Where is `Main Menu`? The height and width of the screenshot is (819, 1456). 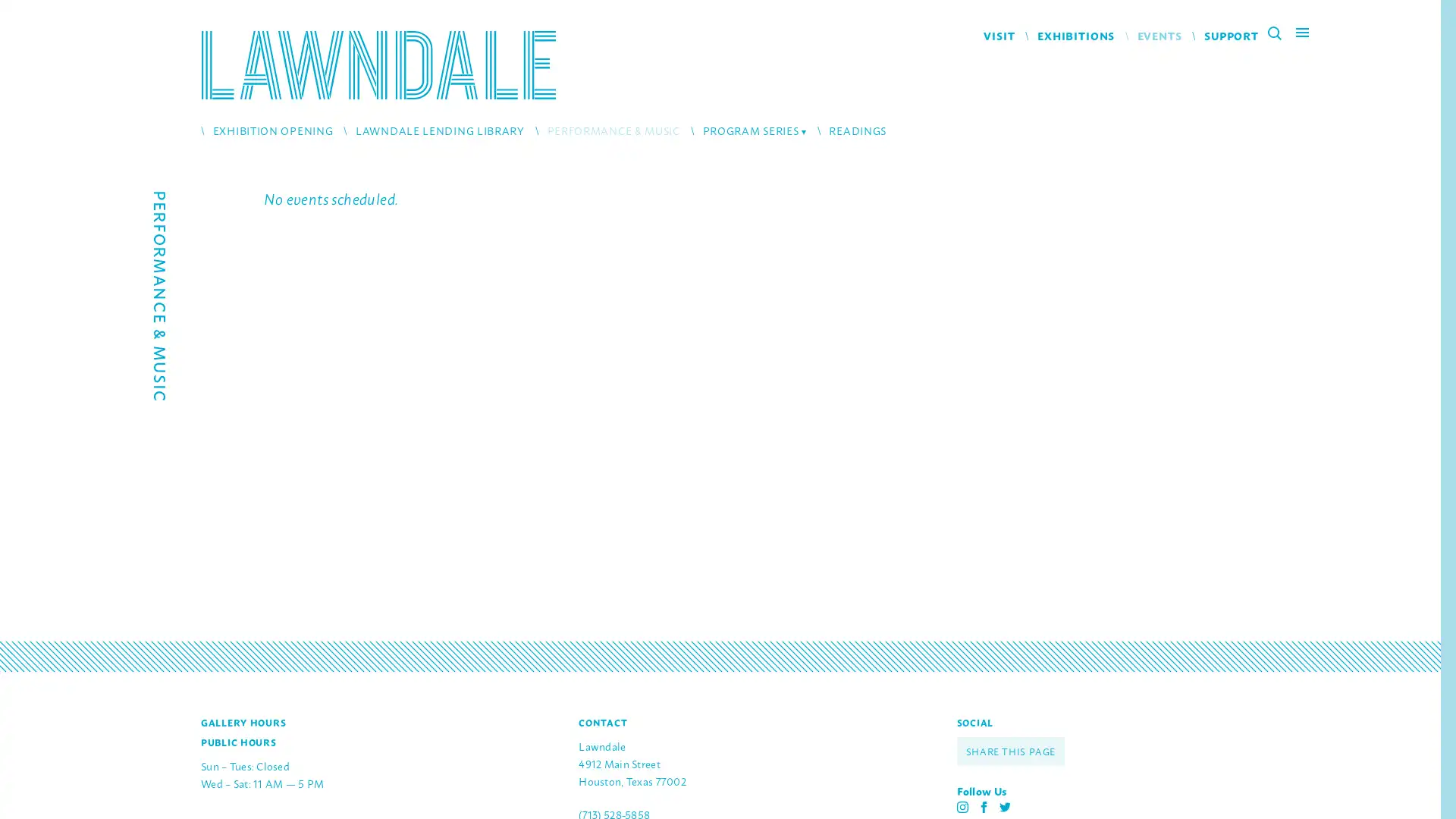
Main Menu is located at coordinates (1301, 35).